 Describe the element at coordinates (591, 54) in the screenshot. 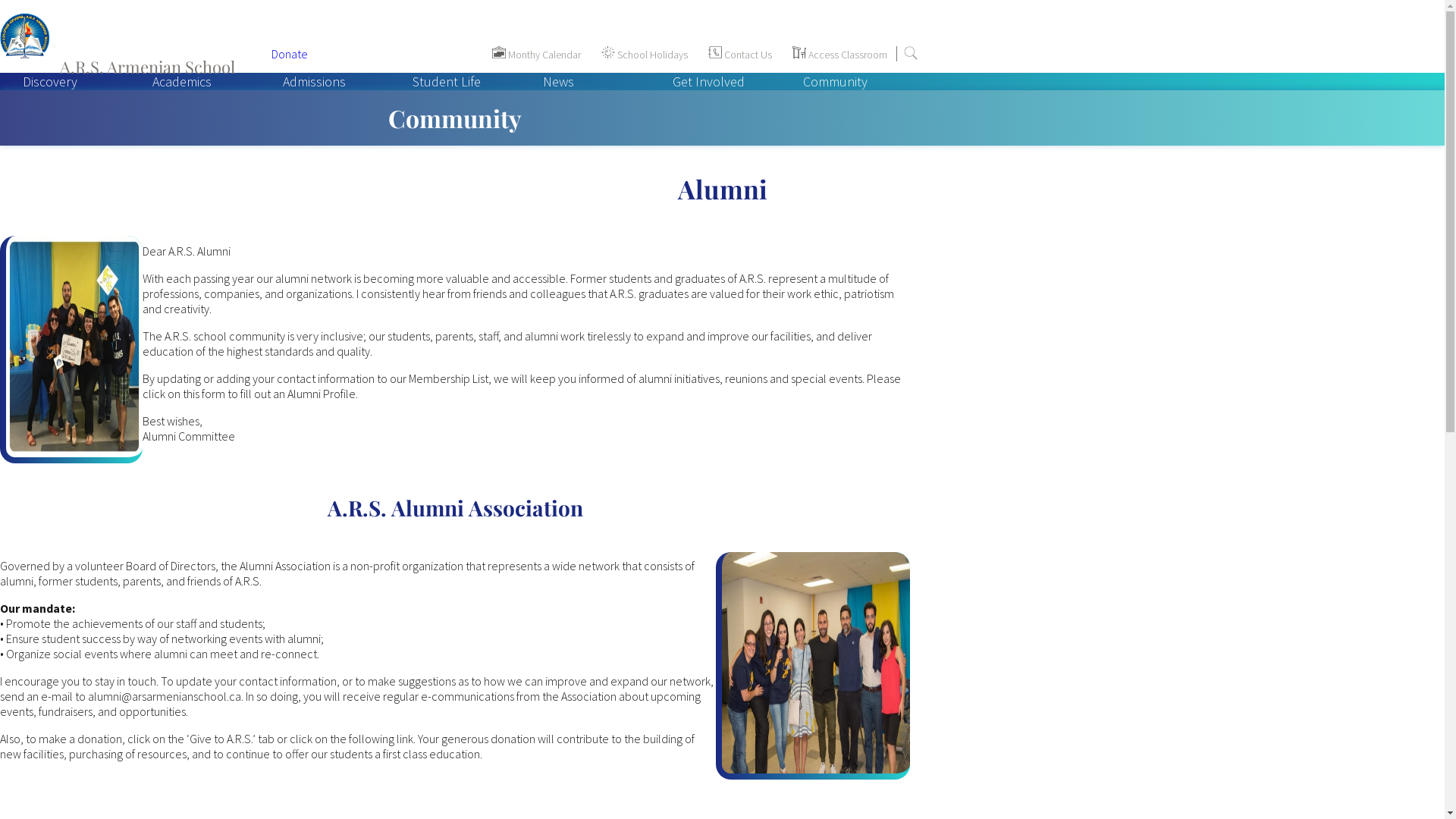

I see `'School Holidays'` at that location.